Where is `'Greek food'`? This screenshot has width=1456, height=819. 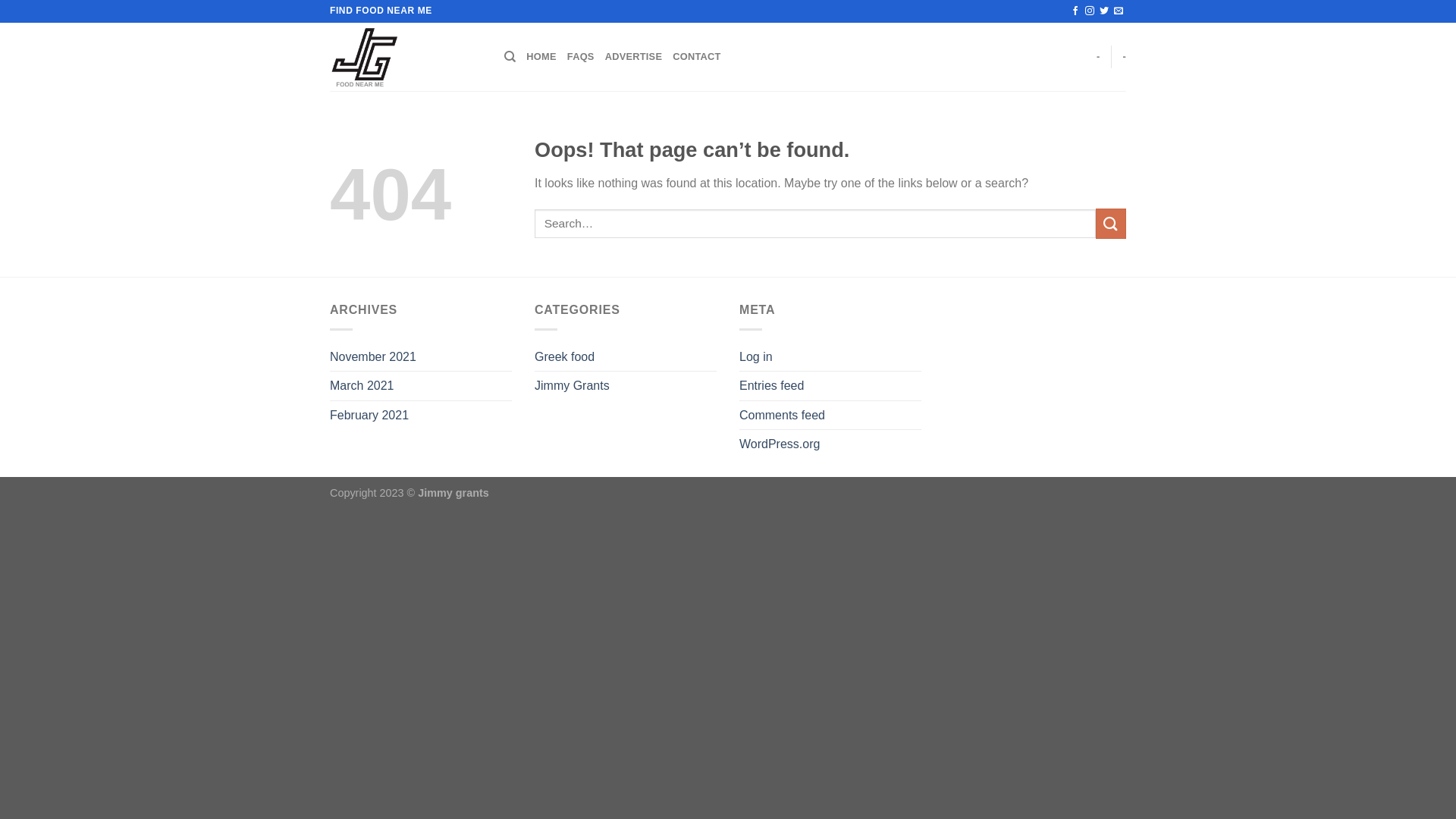 'Greek food' is located at coordinates (563, 356).